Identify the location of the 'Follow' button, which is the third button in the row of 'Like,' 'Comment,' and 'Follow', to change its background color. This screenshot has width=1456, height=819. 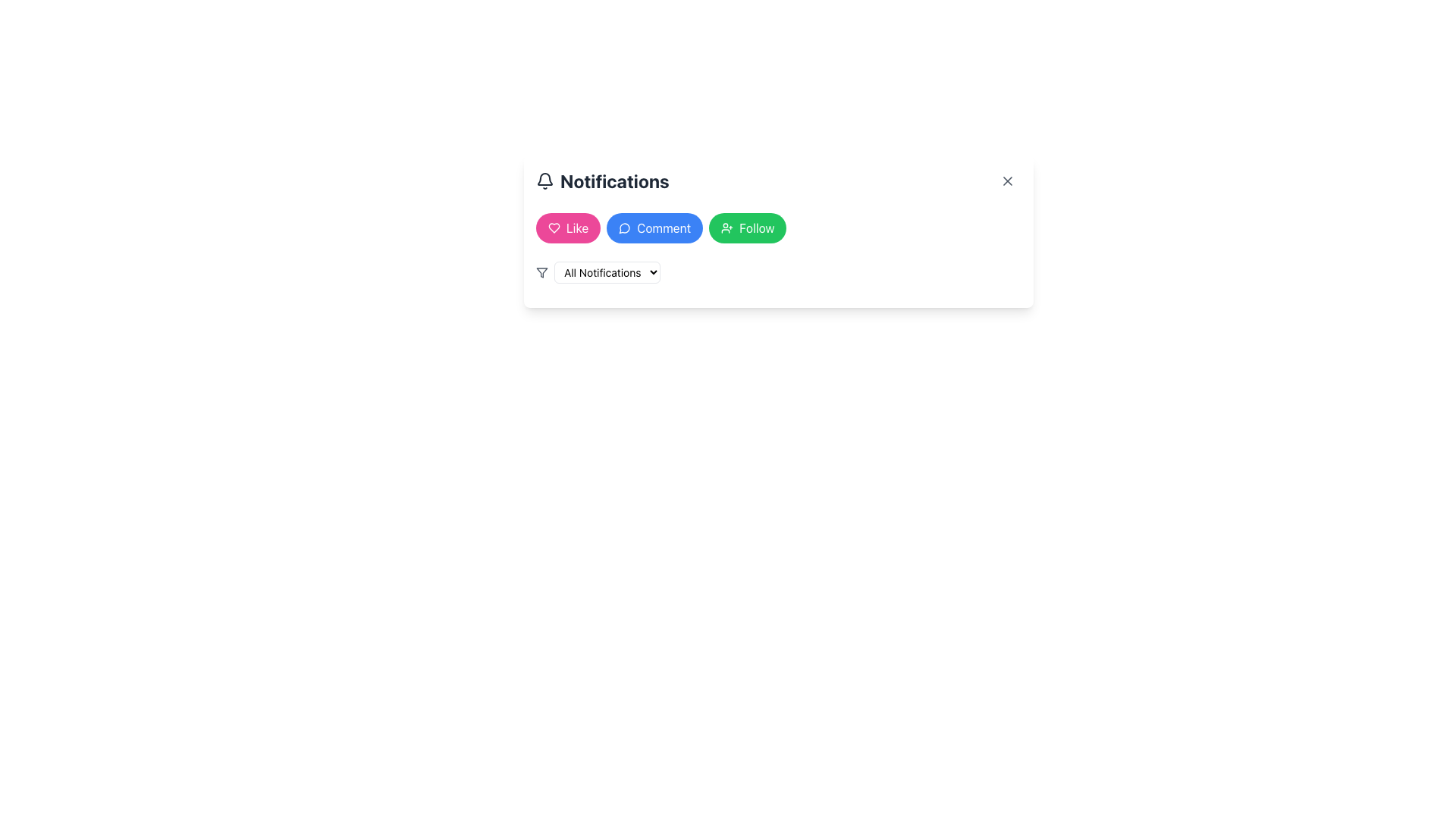
(748, 227).